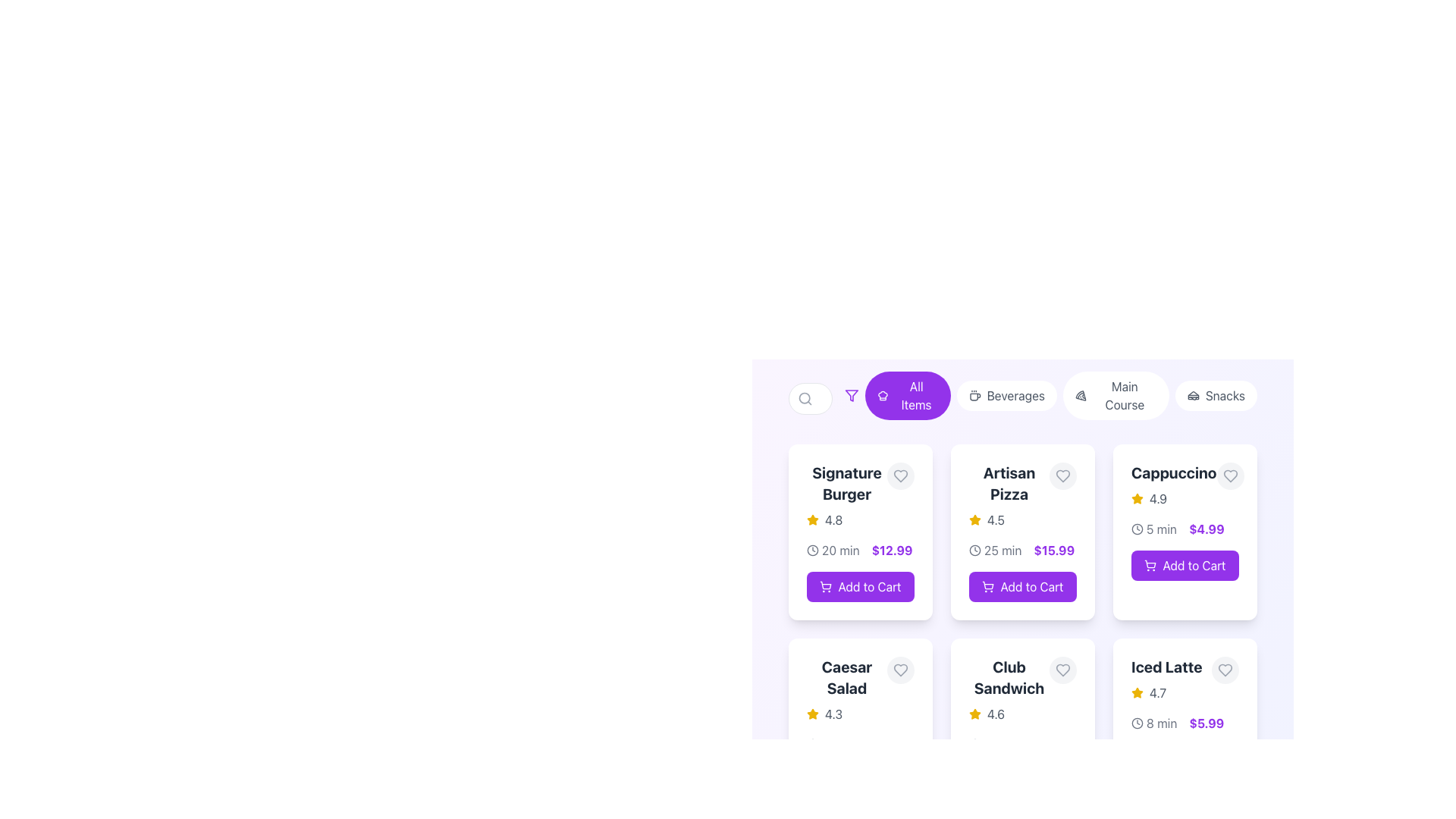  Describe the element at coordinates (1006, 394) in the screenshot. I see `the 'Beverages' category selection button in the navigation menu to navigate` at that location.